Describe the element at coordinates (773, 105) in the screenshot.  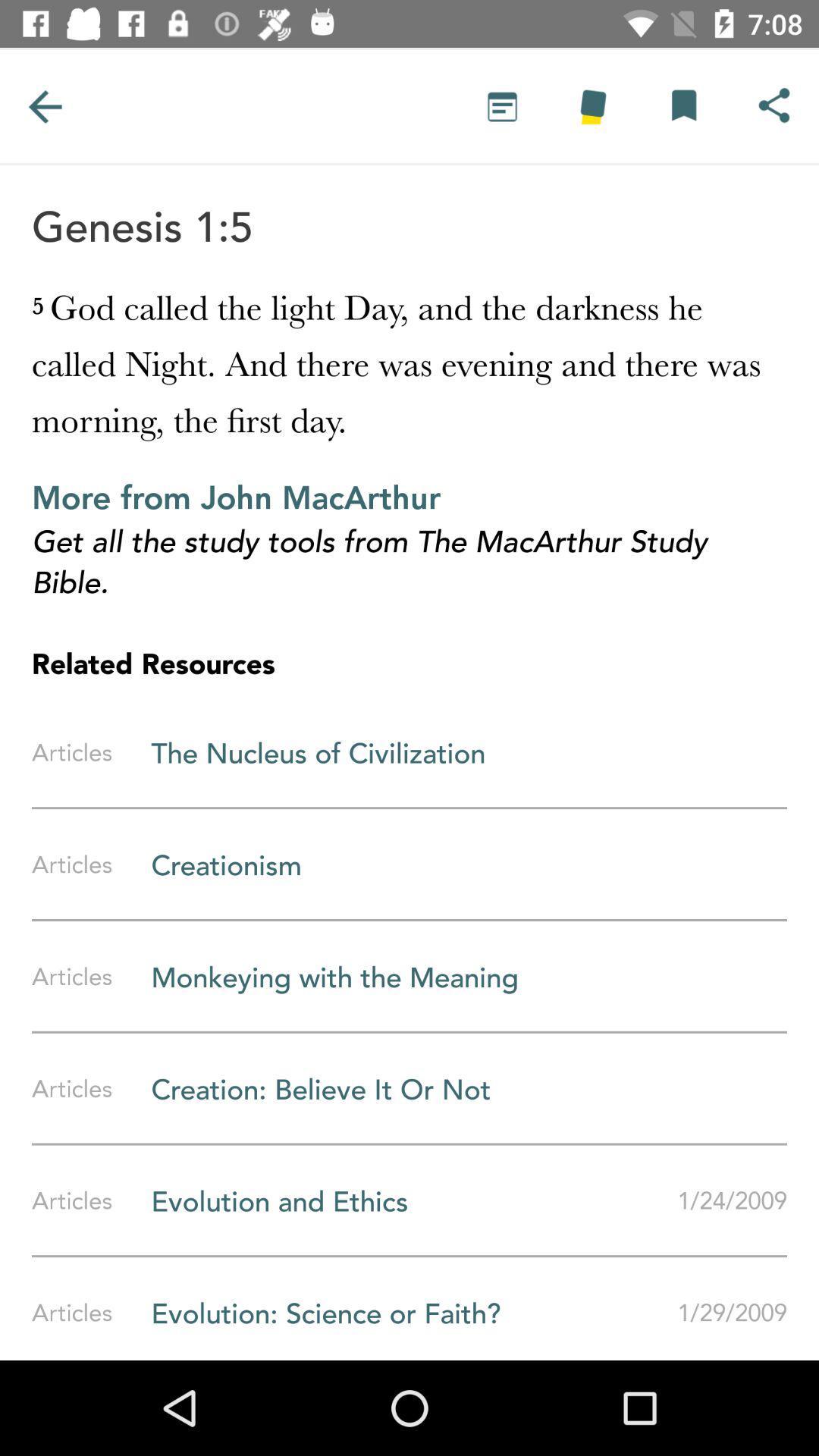
I see `opens menu to share bible verse` at that location.